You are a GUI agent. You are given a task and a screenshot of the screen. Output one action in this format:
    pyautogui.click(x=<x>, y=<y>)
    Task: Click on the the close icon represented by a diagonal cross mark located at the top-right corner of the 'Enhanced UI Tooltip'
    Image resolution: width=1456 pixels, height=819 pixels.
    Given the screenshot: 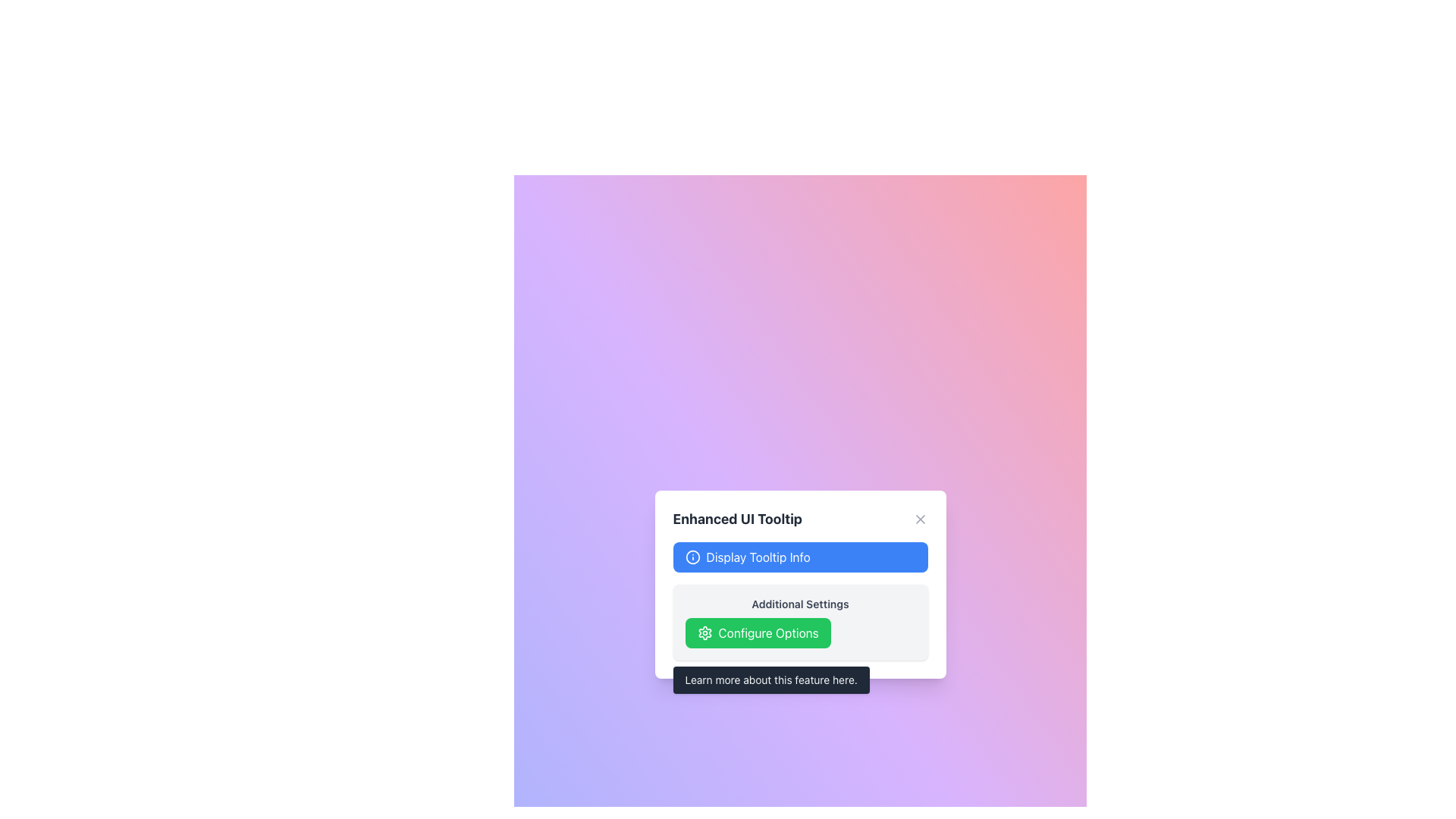 What is the action you would take?
    pyautogui.click(x=919, y=519)
    